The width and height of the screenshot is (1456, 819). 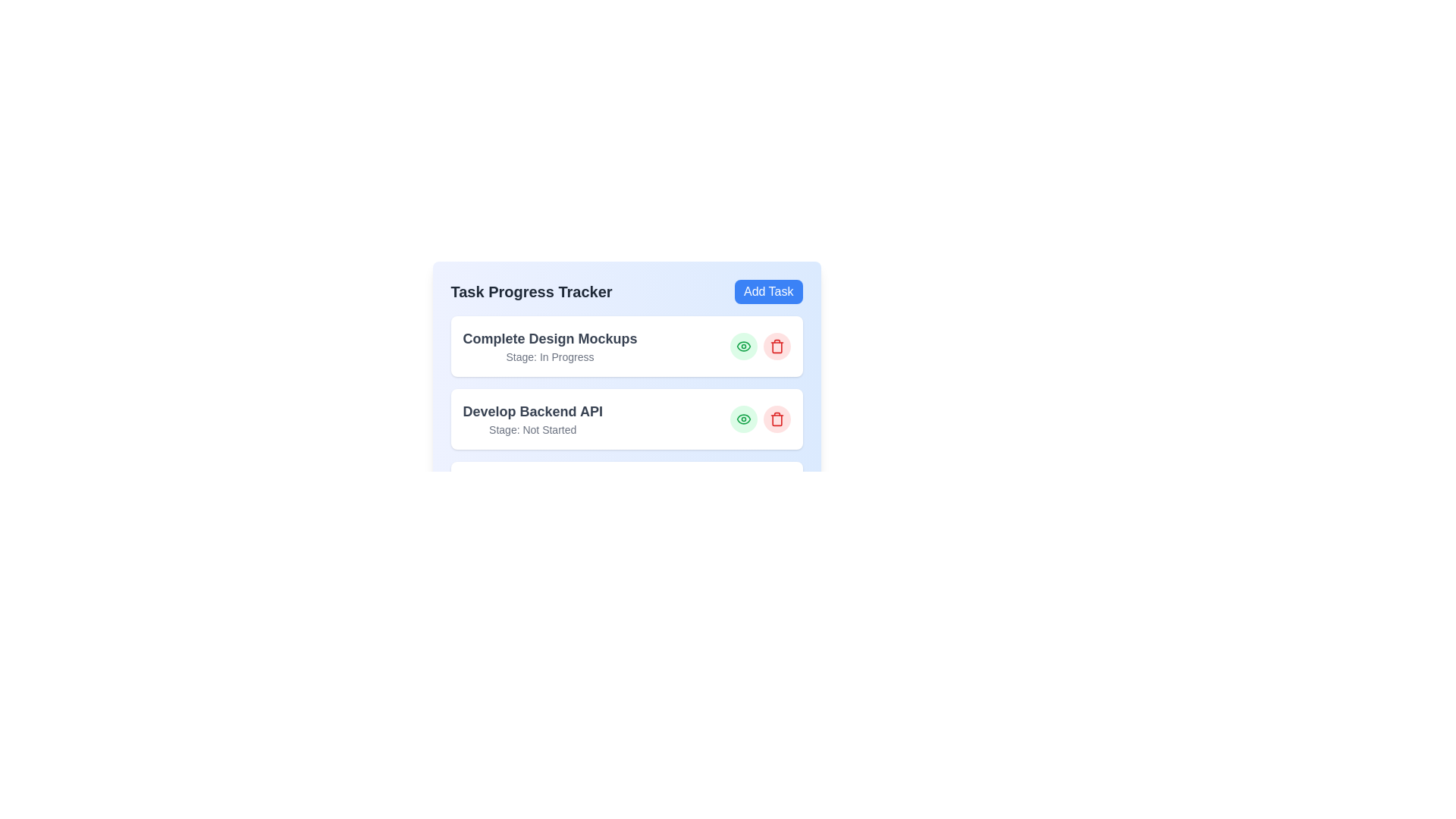 What do you see at coordinates (777, 346) in the screenshot?
I see `the 'Trash' button for the task Complete Design Mockups` at bounding box center [777, 346].